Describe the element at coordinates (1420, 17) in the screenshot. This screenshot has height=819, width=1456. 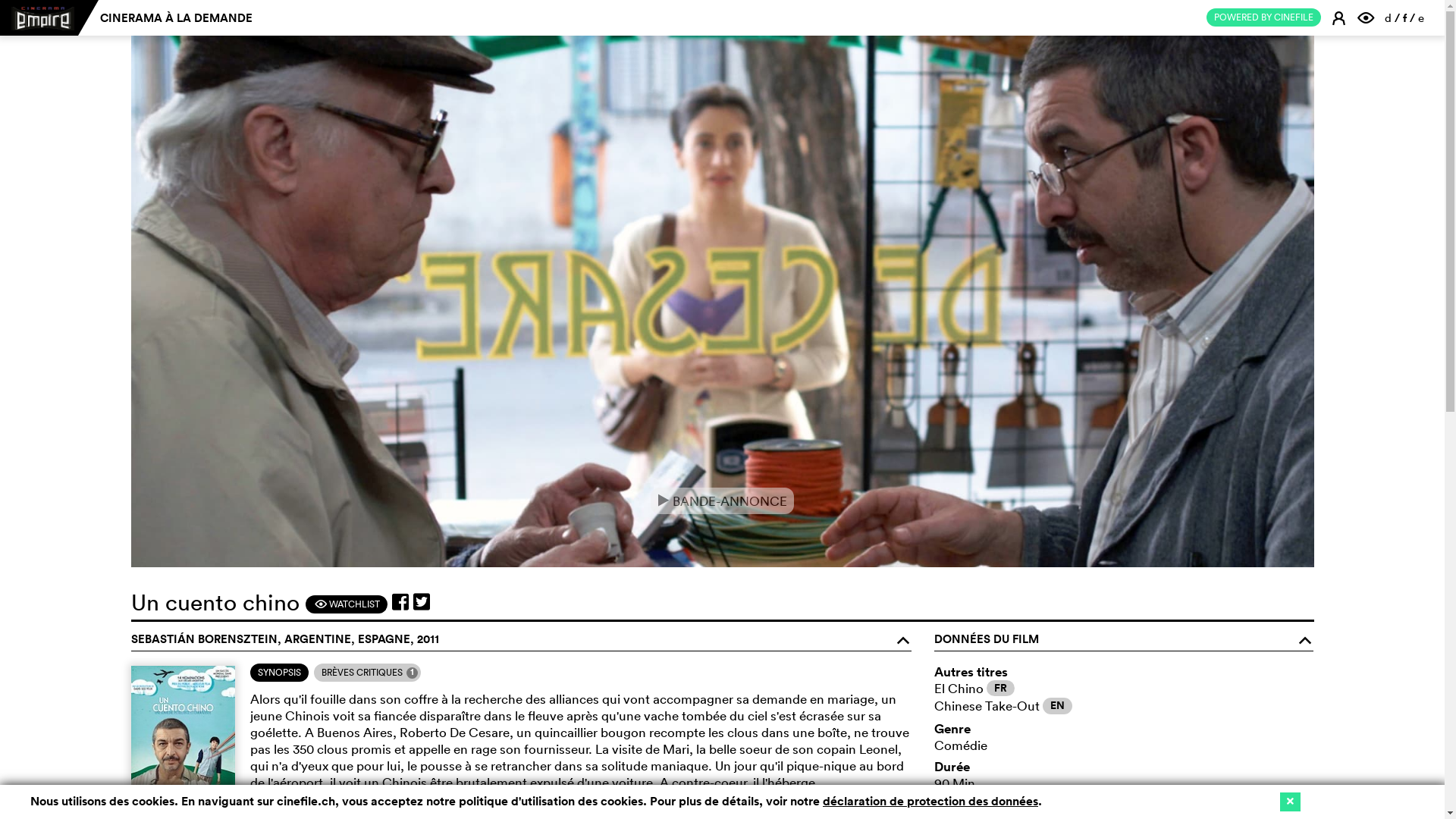
I see `'e'` at that location.